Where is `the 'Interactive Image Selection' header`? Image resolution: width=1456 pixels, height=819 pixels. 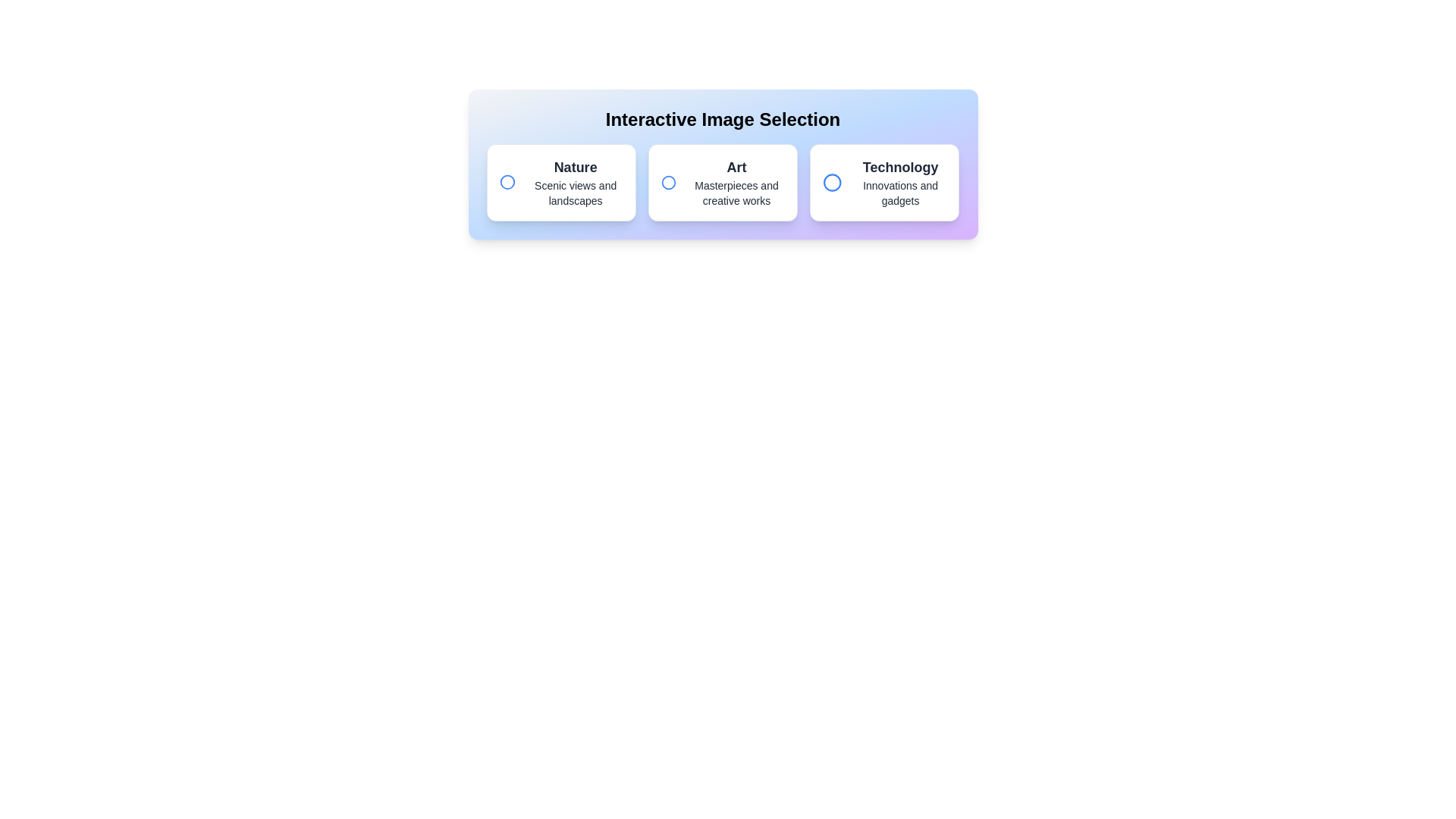 the 'Interactive Image Selection' header is located at coordinates (722, 119).